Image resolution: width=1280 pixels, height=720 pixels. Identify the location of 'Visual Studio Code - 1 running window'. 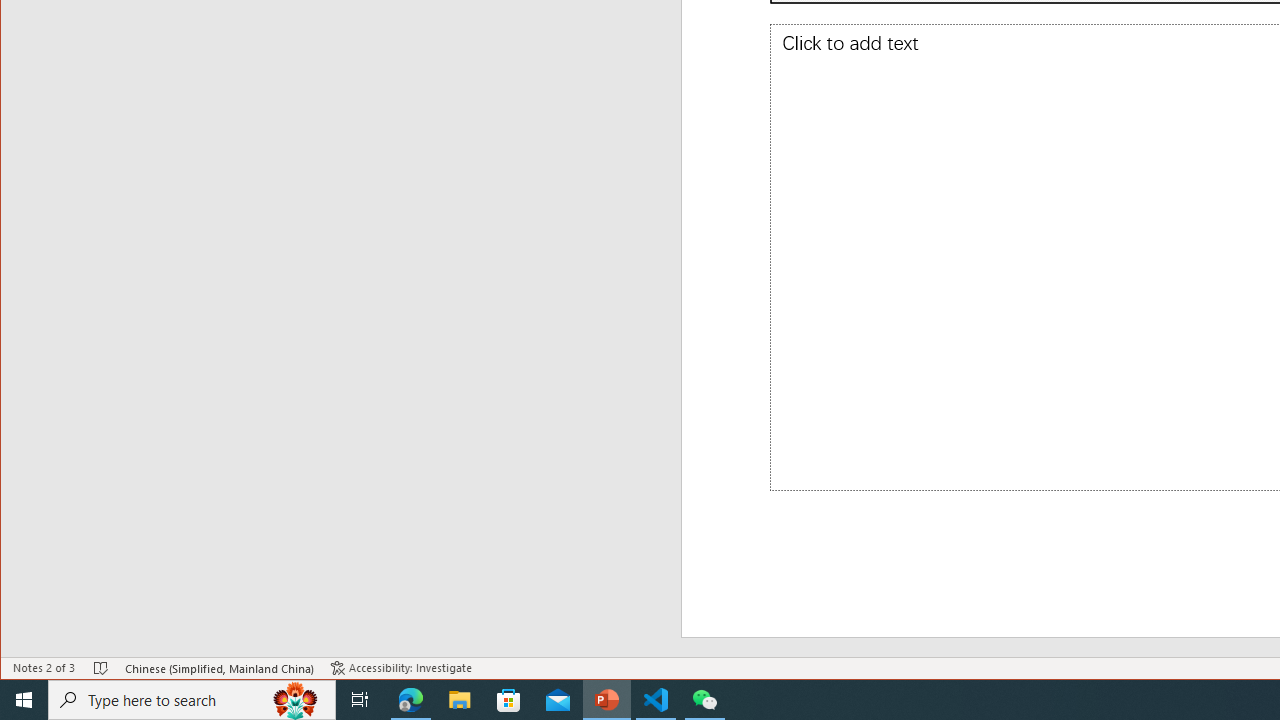
(656, 698).